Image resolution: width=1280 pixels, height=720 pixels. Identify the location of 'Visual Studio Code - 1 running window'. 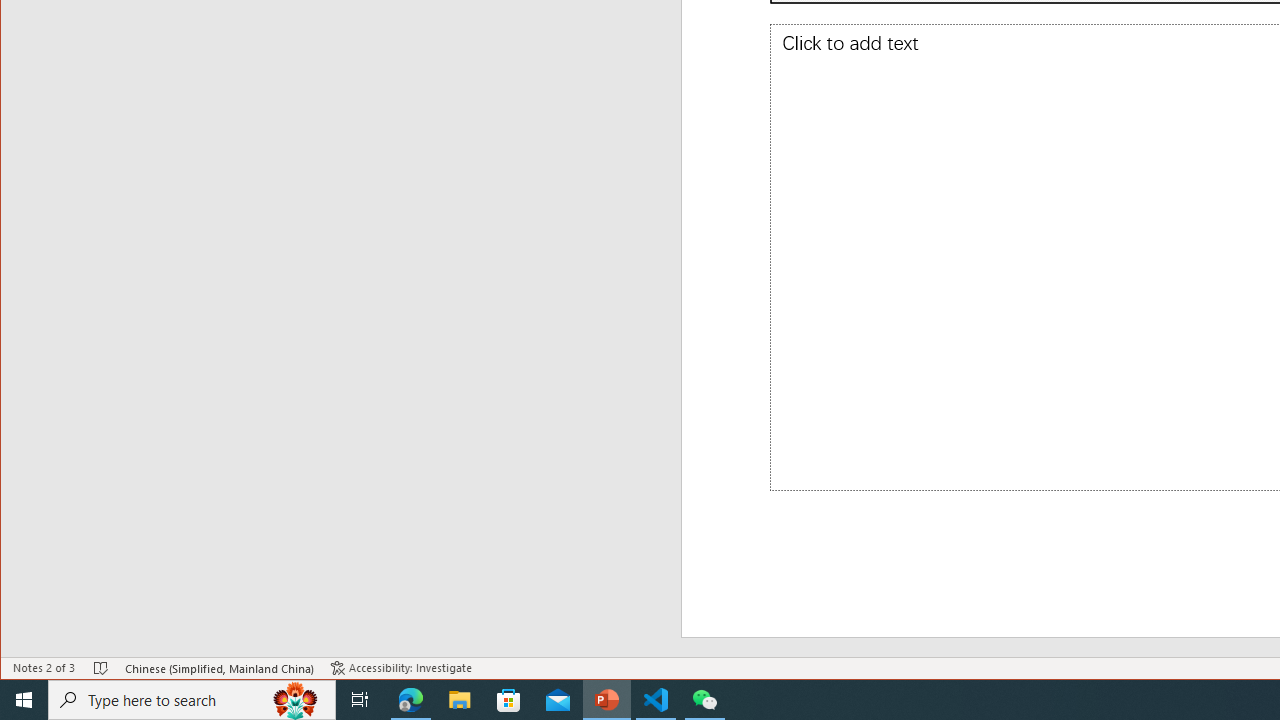
(656, 698).